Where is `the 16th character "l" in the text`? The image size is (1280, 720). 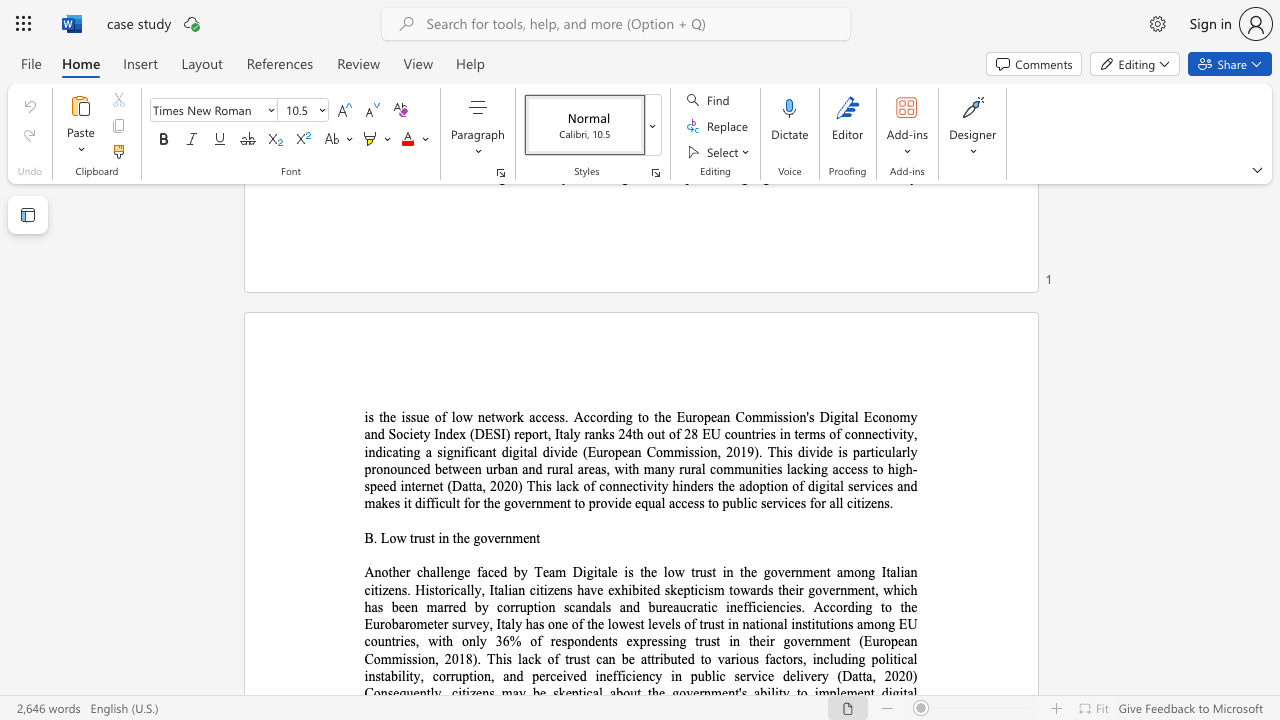 the 16th character "l" in the text is located at coordinates (520, 659).